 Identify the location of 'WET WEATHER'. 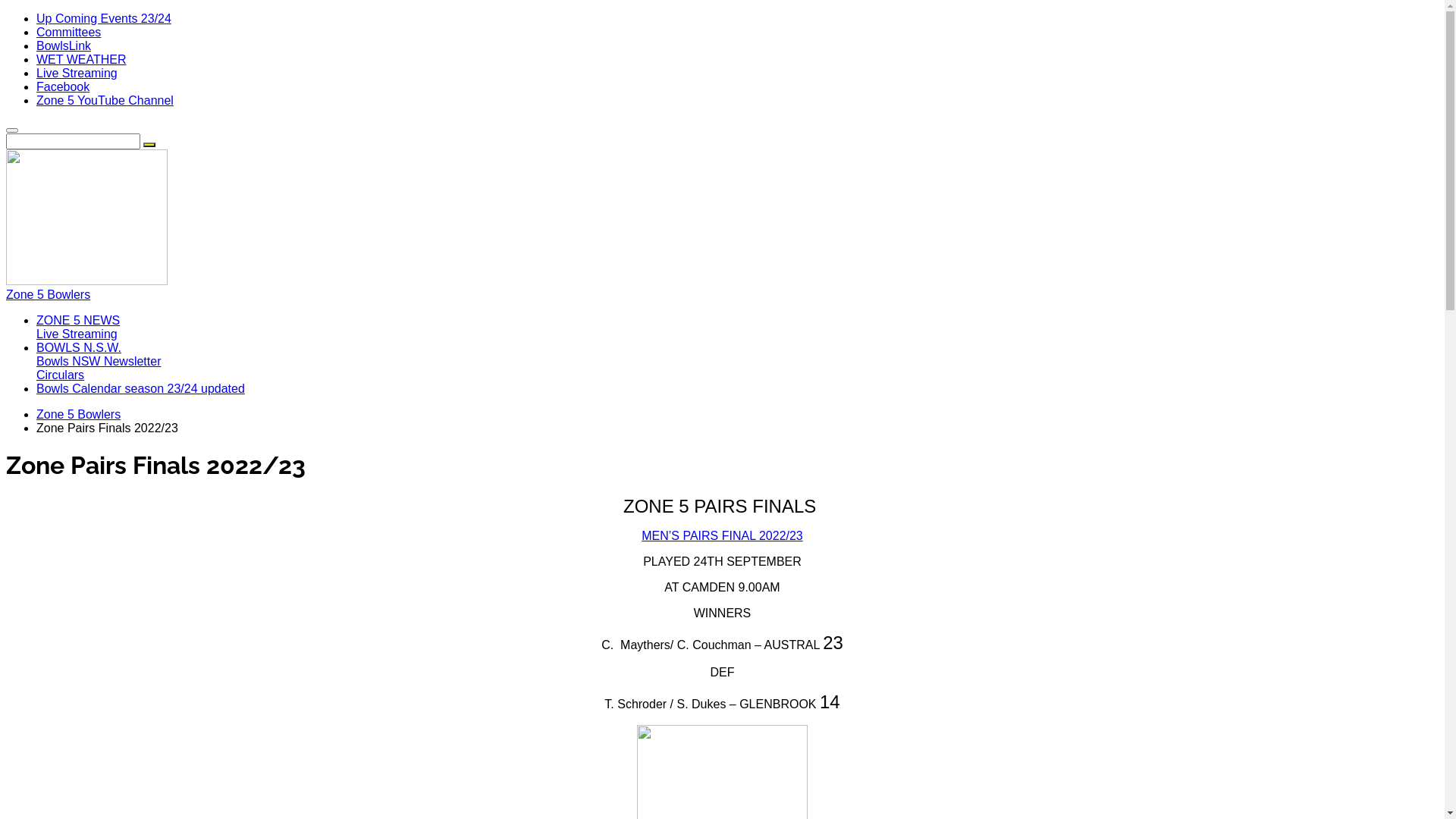
(80, 58).